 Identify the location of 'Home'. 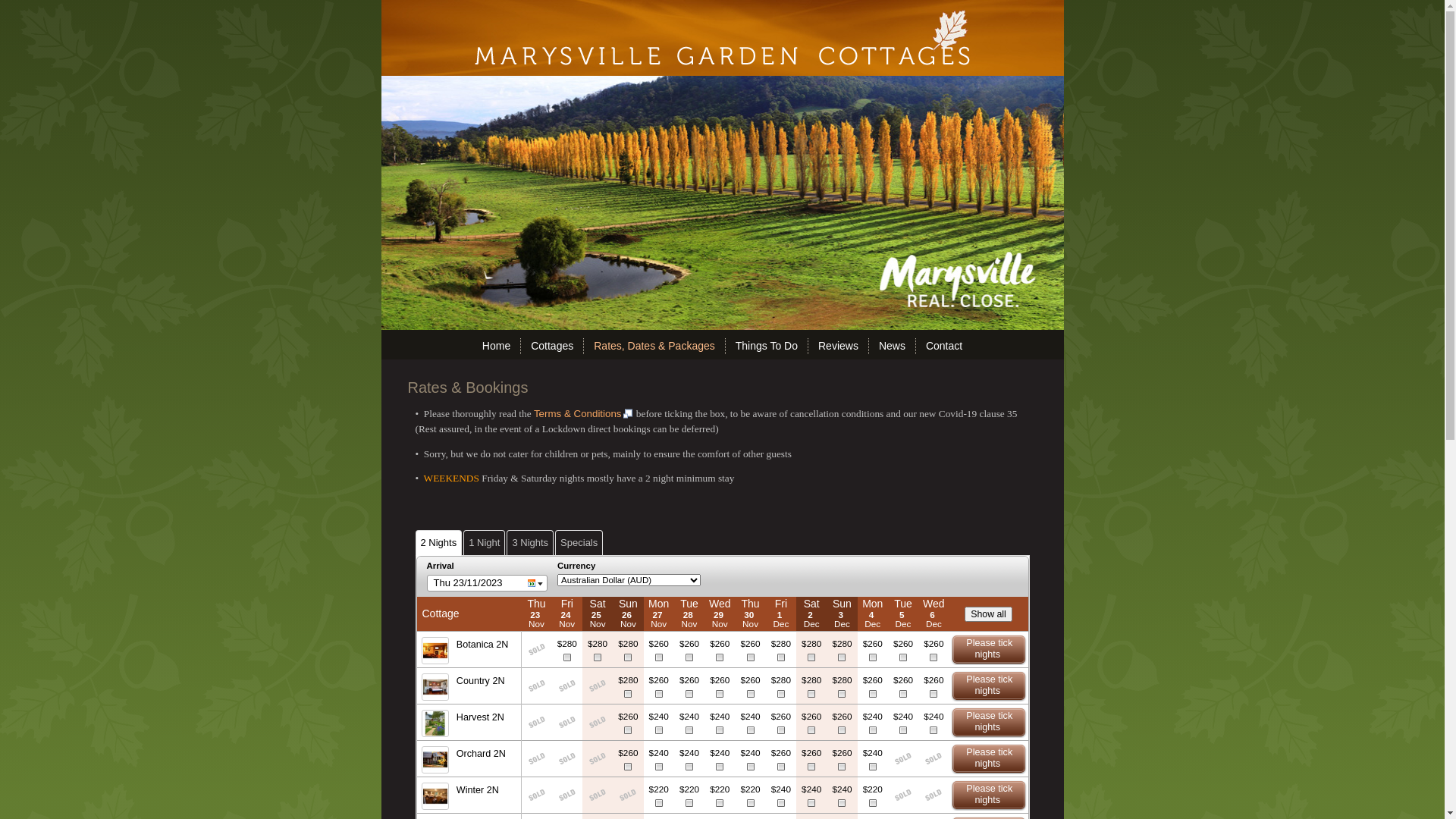
(496, 345).